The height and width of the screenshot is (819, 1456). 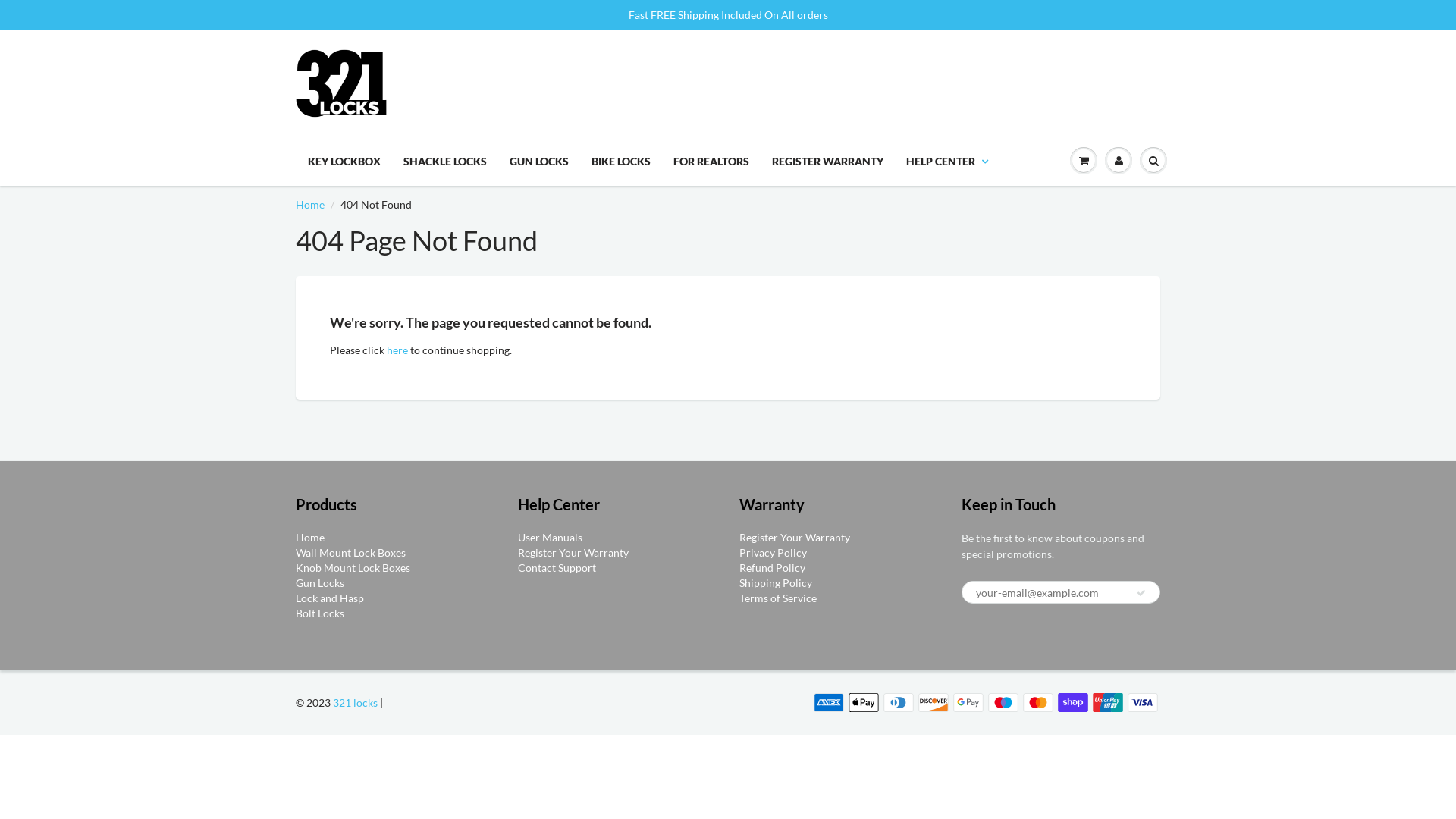 I want to click on 'Bolt Locks', so click(x=319, y=612).